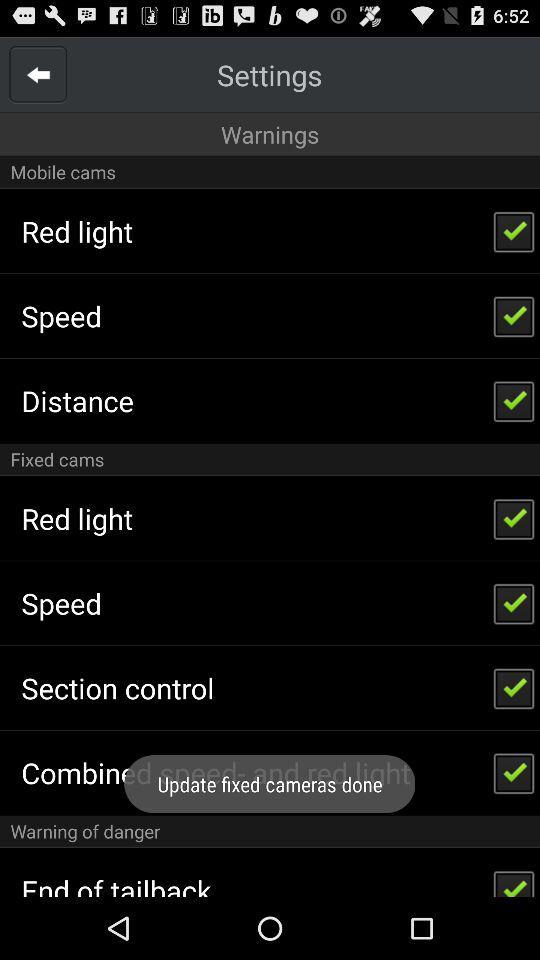  I want to click on the seventh check box button in the page, so click(514, 771).